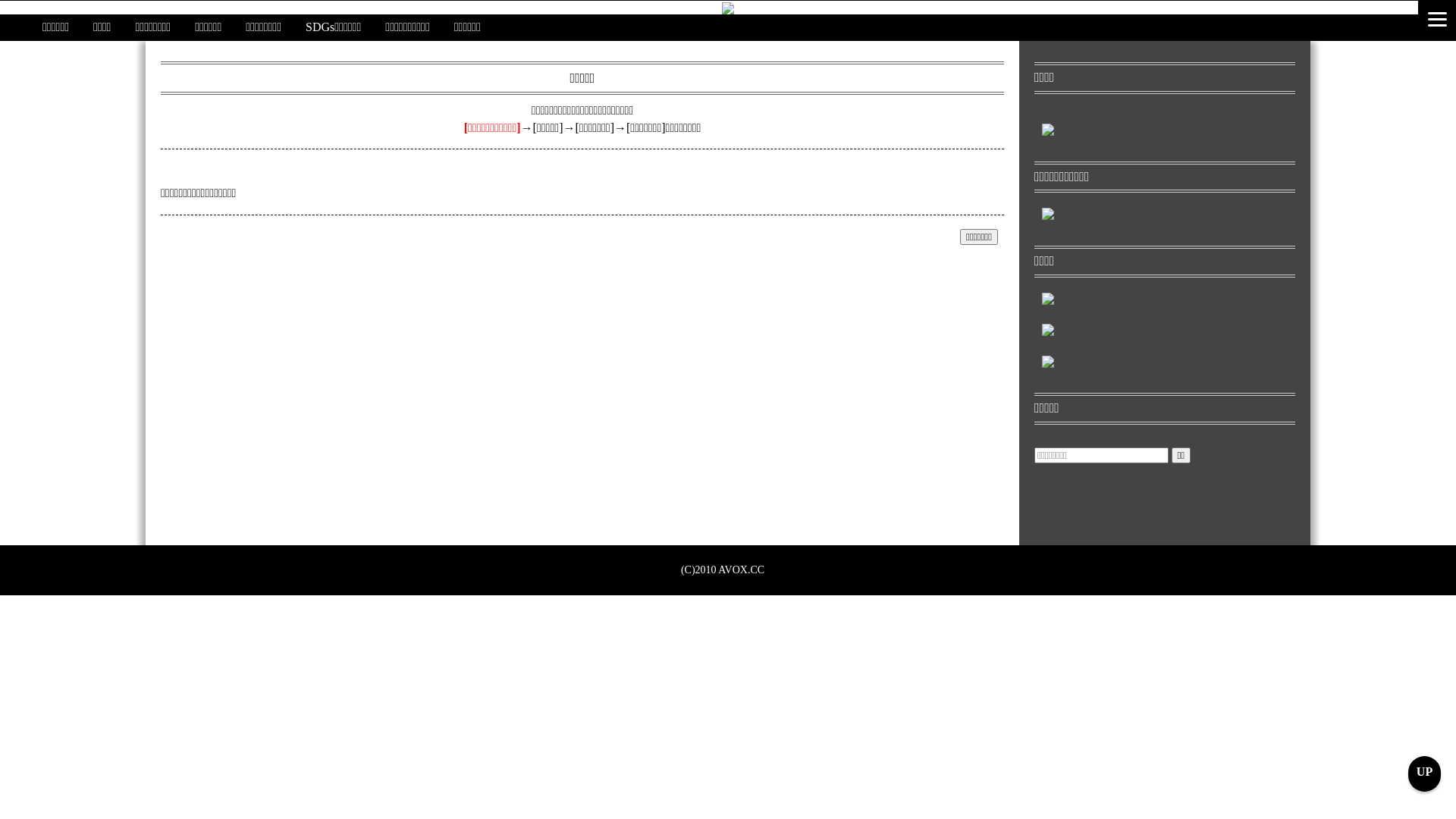 This screenshot has width=1456, height=819. What do you see at coordinates (1423, 773) in the screenshot?
I see `'UP'` at bounding box center [1423, 773].